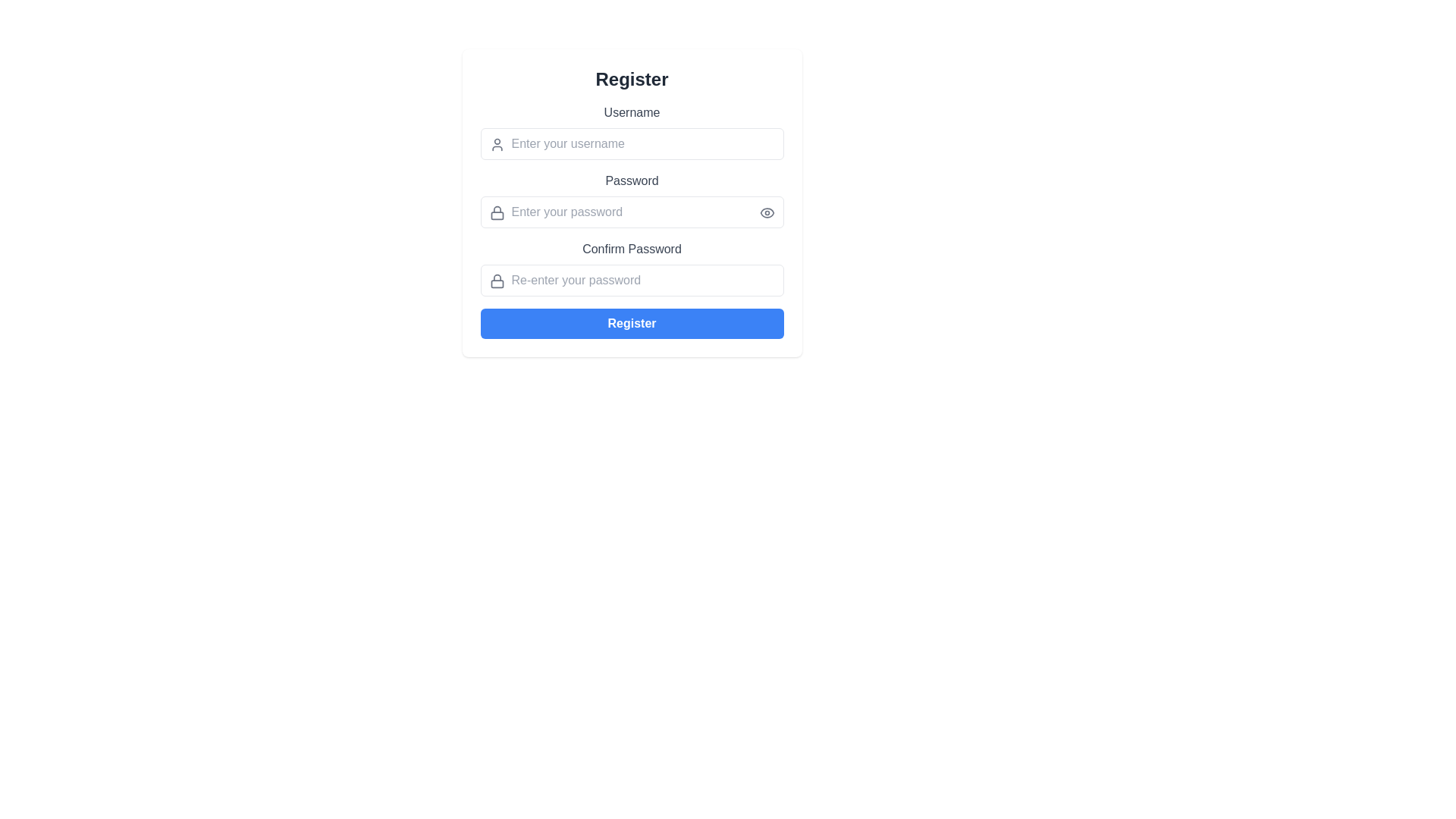 This screenshot has width=1456, height=819. What do you see at coordinates (632, 248) in the screenshot?
I see `the 'Confirm Password' label, which is styled in a medium-weight gray font and positioned above the re-enter password input field in the form layout` at bounding box center [632, 248].